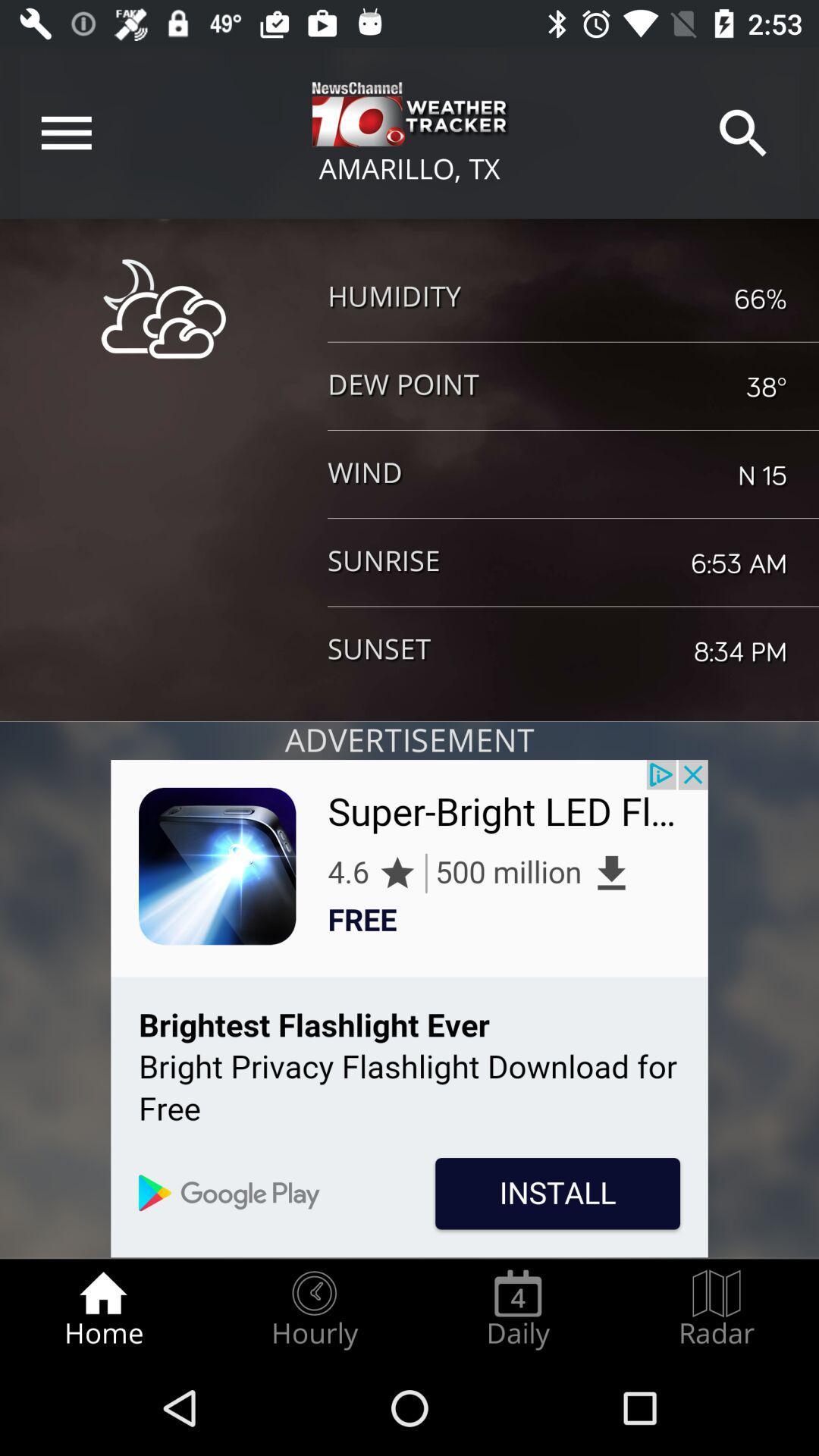 The image size is (819, 1456). What do you see at coordinates (517, 1309) in the screenshot?
I see `the radio button next to hourly radio button` at bounding box center [517, 1309].